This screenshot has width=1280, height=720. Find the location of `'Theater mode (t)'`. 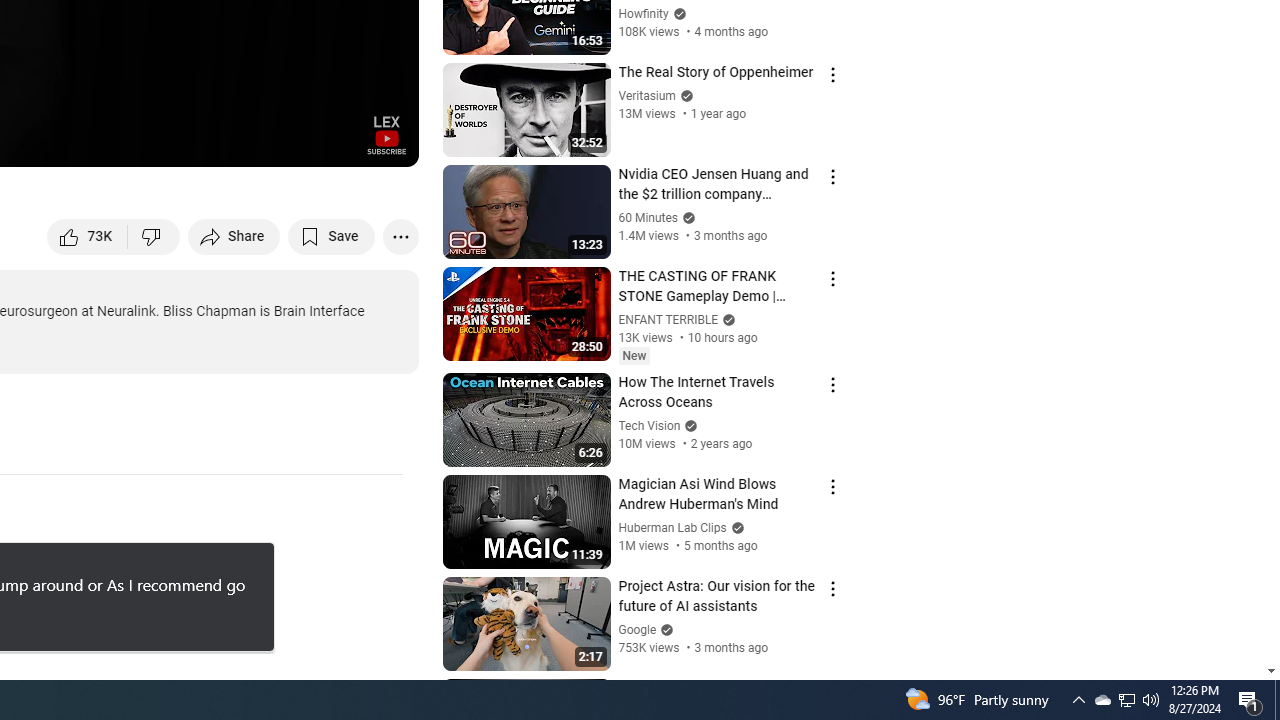

'Theater mode (t)' is located at coordinates (334, 141).